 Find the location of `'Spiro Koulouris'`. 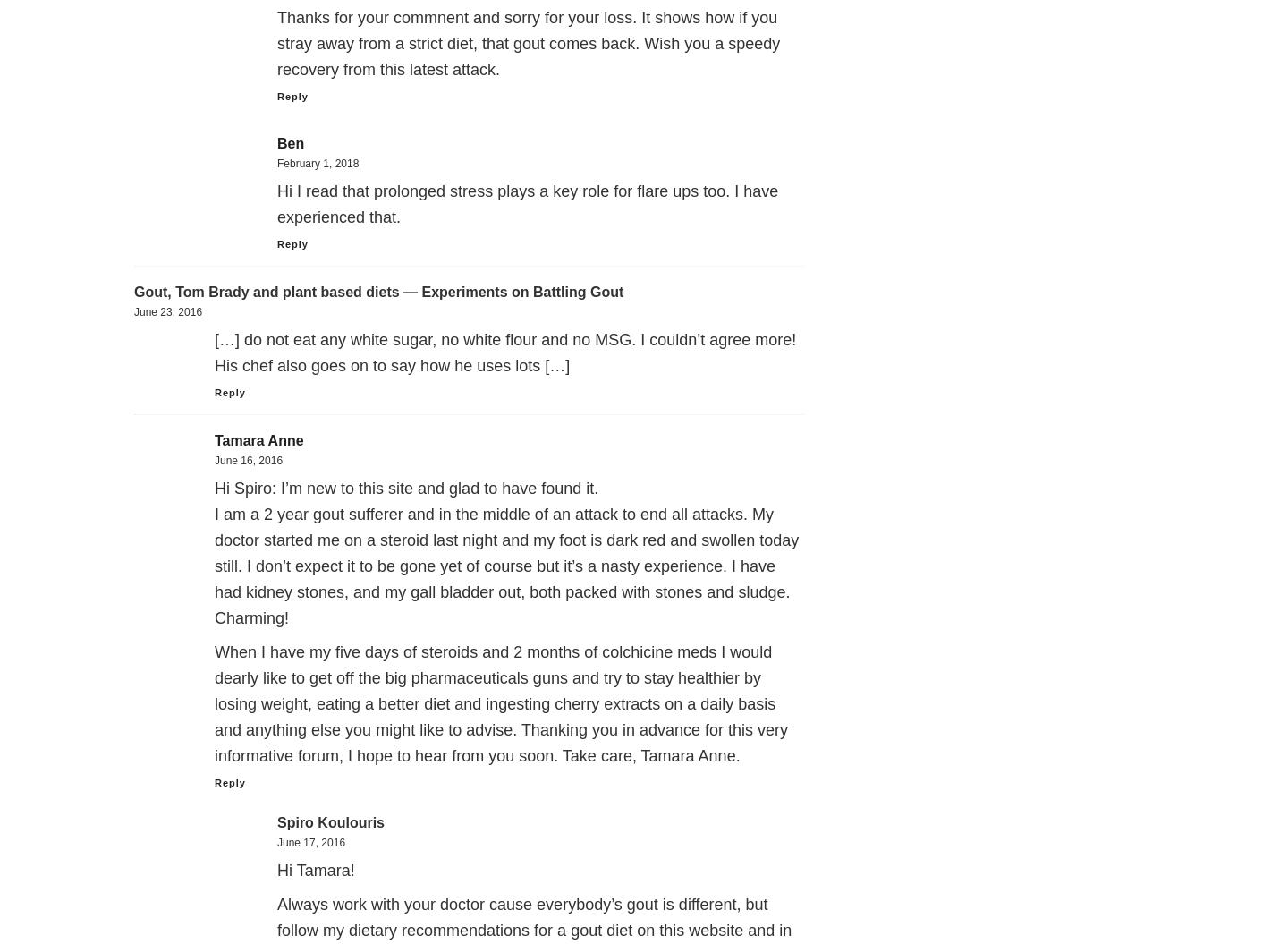

'Spiro Koulouris' is located at coordinates (329, 821).